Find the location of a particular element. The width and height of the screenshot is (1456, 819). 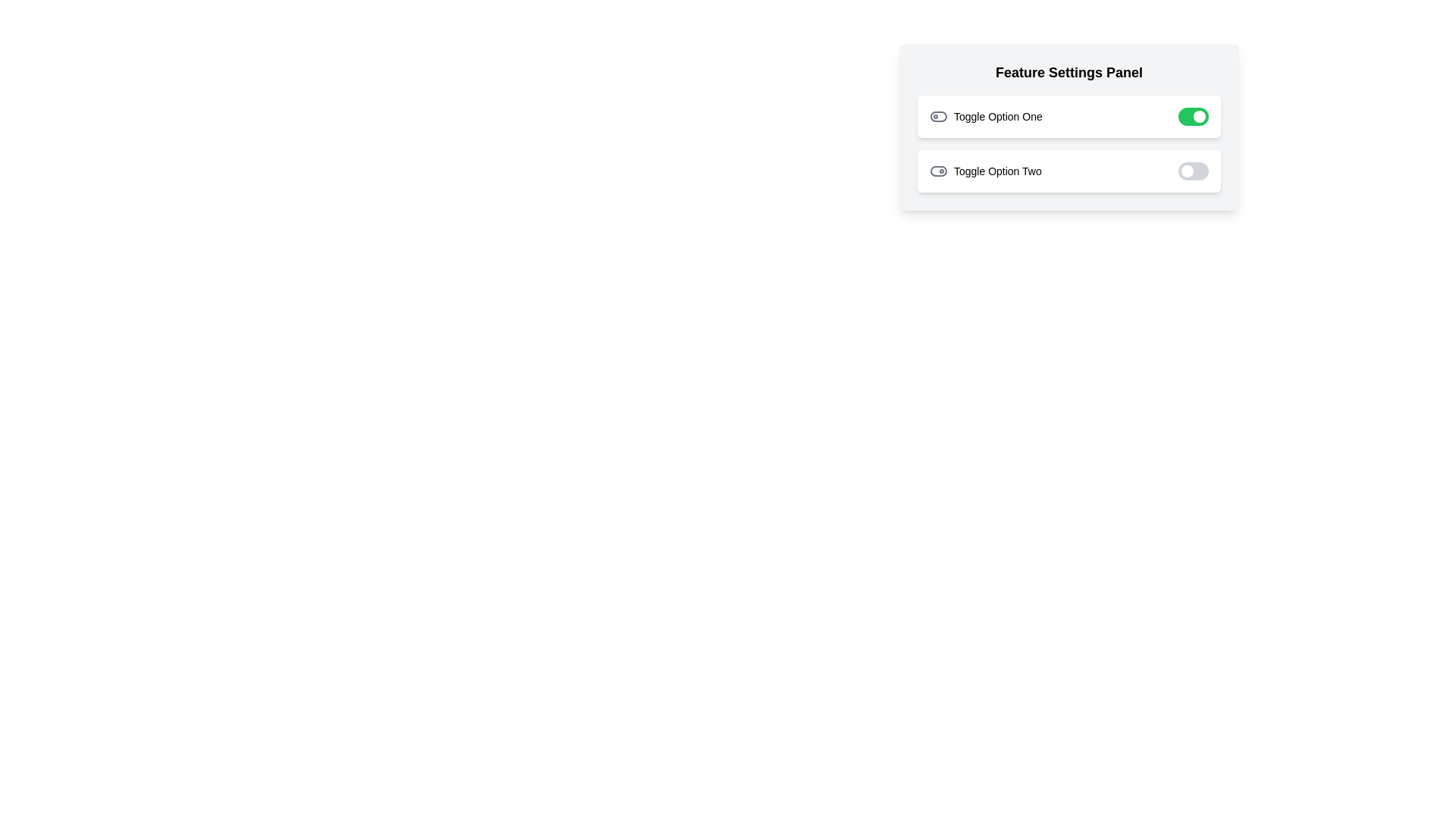

the toggle label displaying 'Toggle Option One' which includes a circular toggle icon and is the first option in the settings panel is located at coordinates (986, 116).